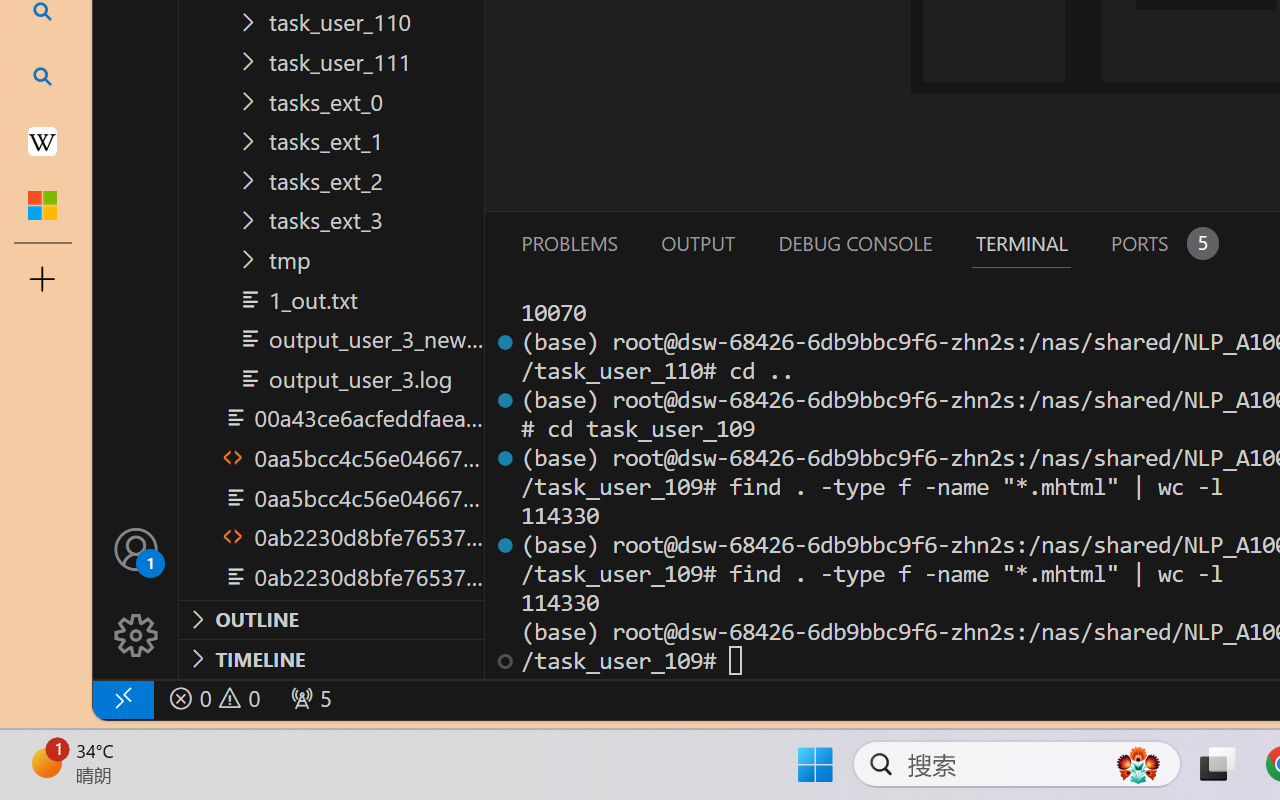 The image size is (1280, 800). What do you see at coordinates (308, 698) in the screenshot?
I see `'Forwarded Ports: 36301, 47065, 38781, 45817, 50331'` at bounding box center [308, 698].